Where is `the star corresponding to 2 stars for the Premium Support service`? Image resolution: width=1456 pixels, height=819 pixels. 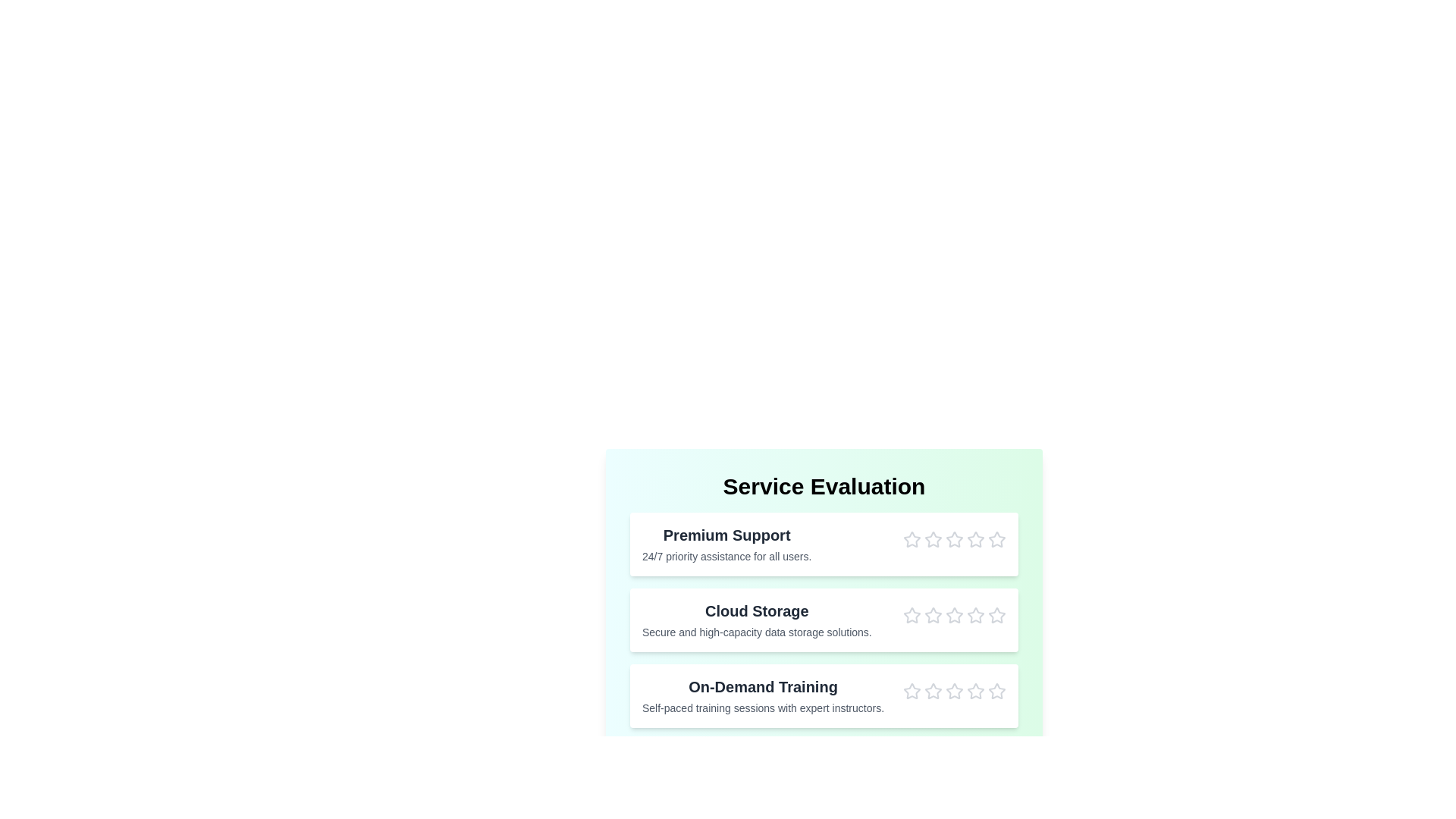 the star corresponding to 2 stars for the Premium Support service is located at coordinates (932, 539).